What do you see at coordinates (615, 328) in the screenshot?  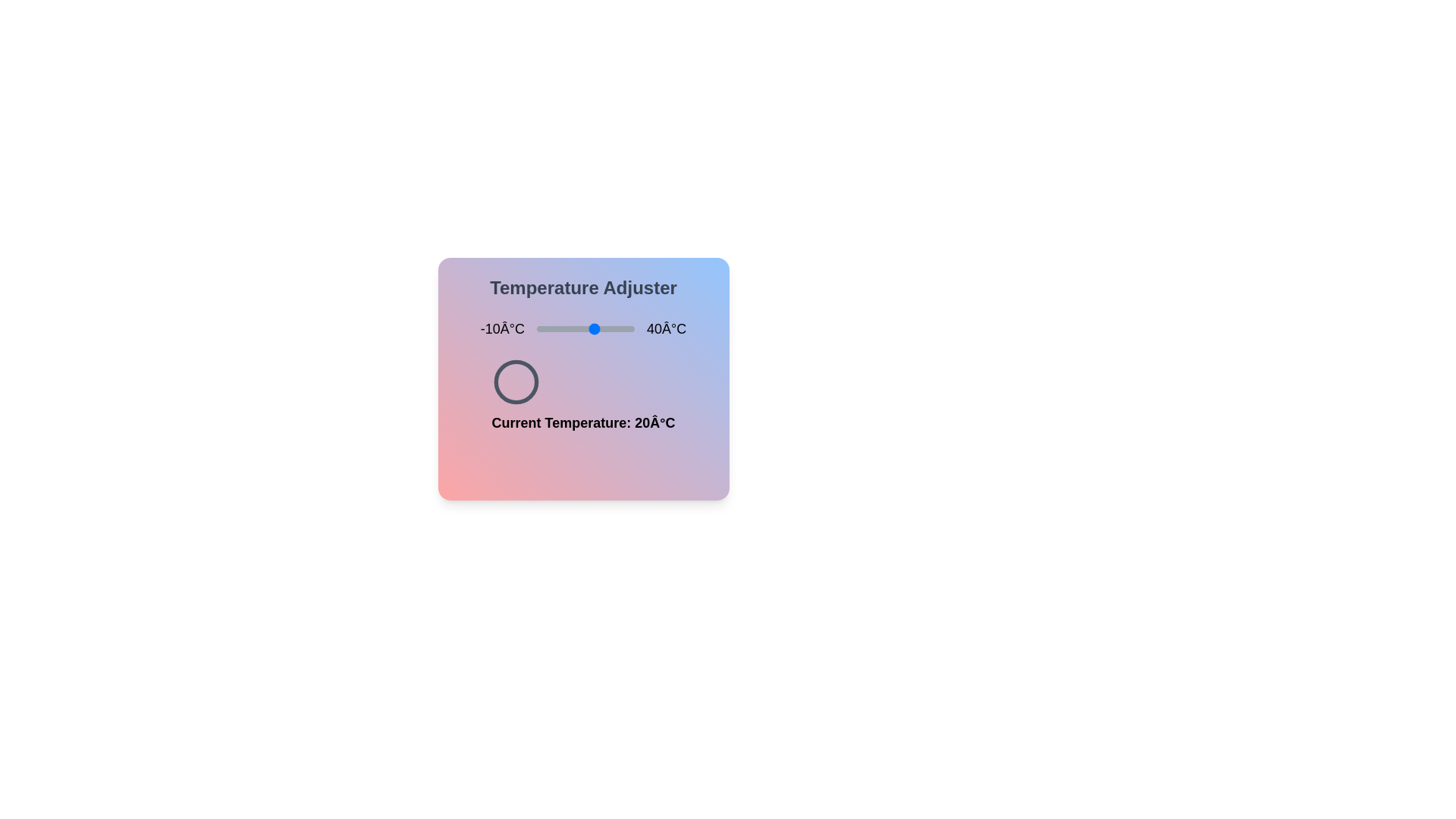 I see `the temperature to 30 degrees Celsius using the slider` at bounding box center [615, 328].